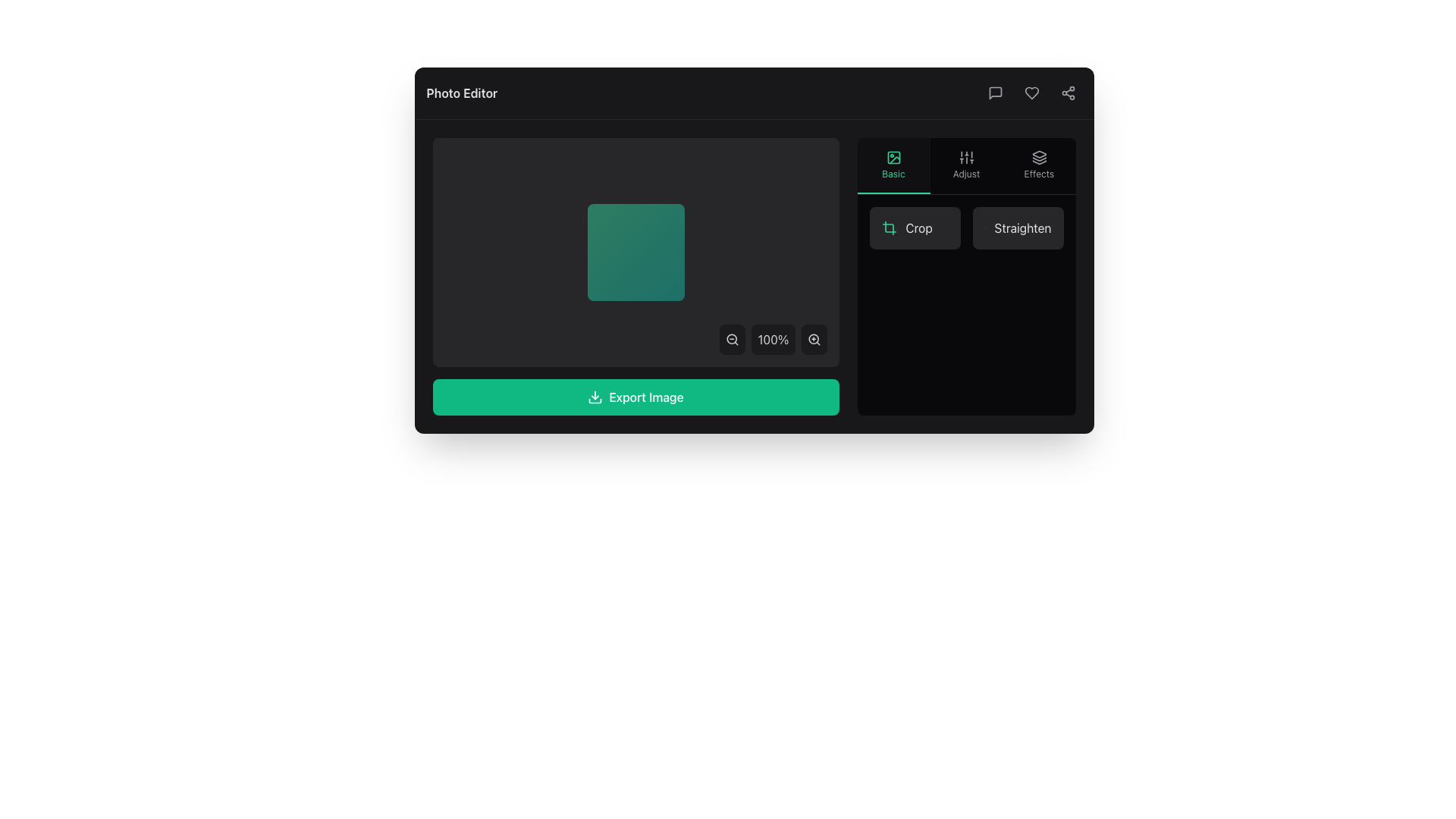  What do you see at coordinates (813, 338) in the screenshot?
I see `the magnifying glass icon with a '+' symbol to zoom in, located at the lower-right corner of the content display panel adjacent to the zoom percentage indicator ('100%')` at bounding box center [813, 338].